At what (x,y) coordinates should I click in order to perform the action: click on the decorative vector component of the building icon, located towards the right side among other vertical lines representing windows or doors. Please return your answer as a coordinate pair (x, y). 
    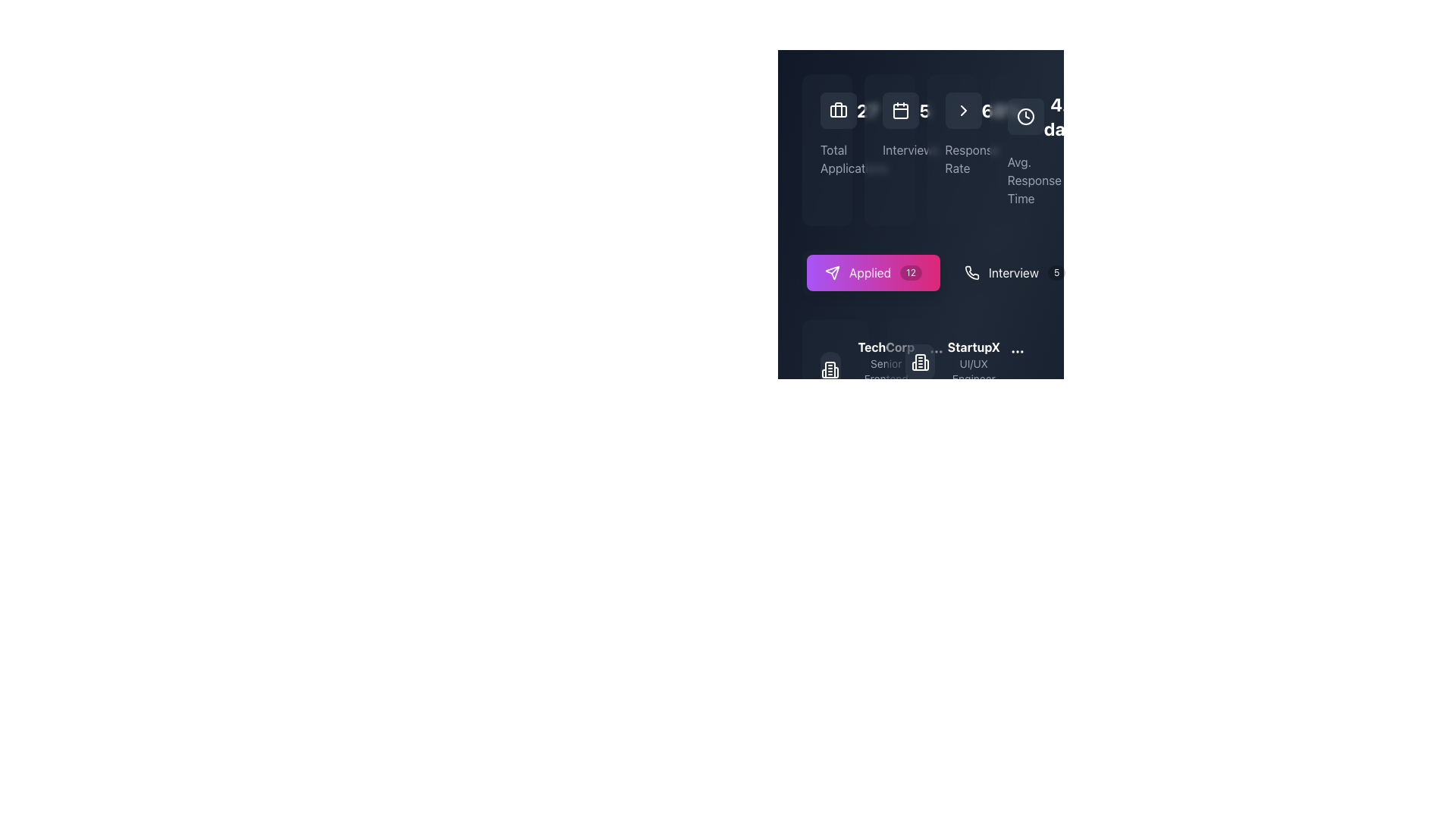
    Looking at the image, I should click on (925, 365).